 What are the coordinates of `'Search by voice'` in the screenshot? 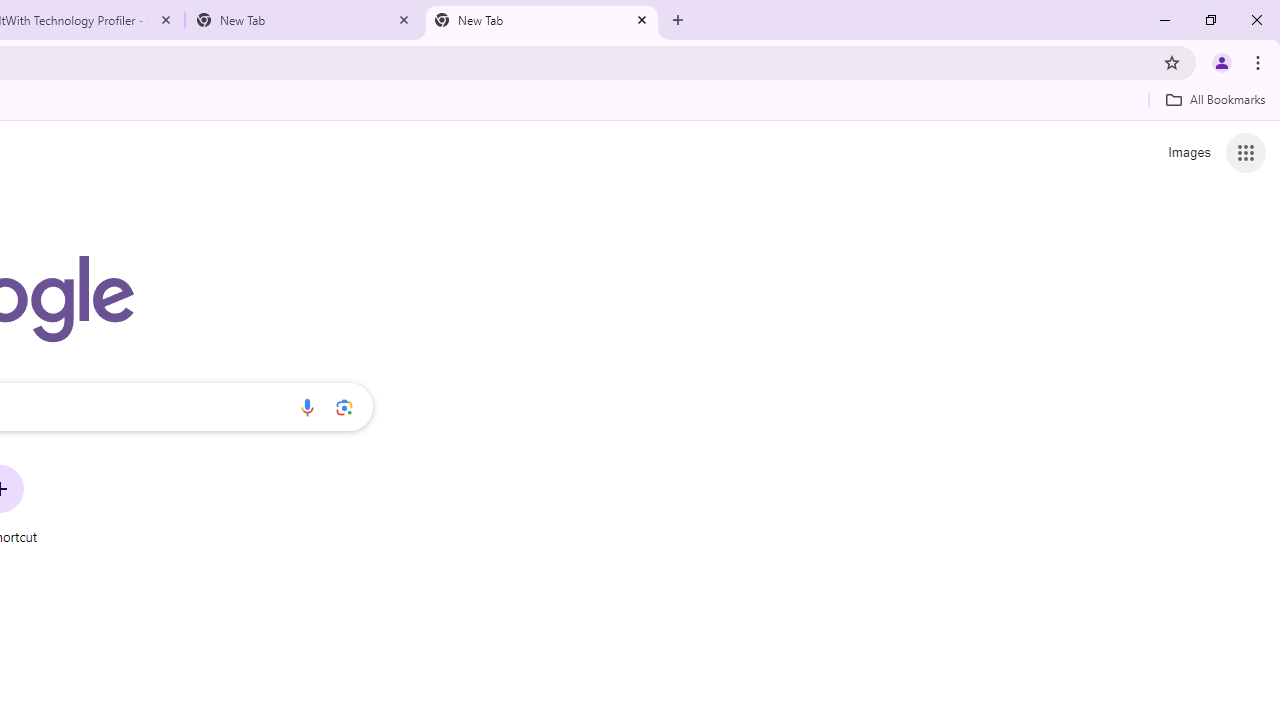 It's located at (306, 406).